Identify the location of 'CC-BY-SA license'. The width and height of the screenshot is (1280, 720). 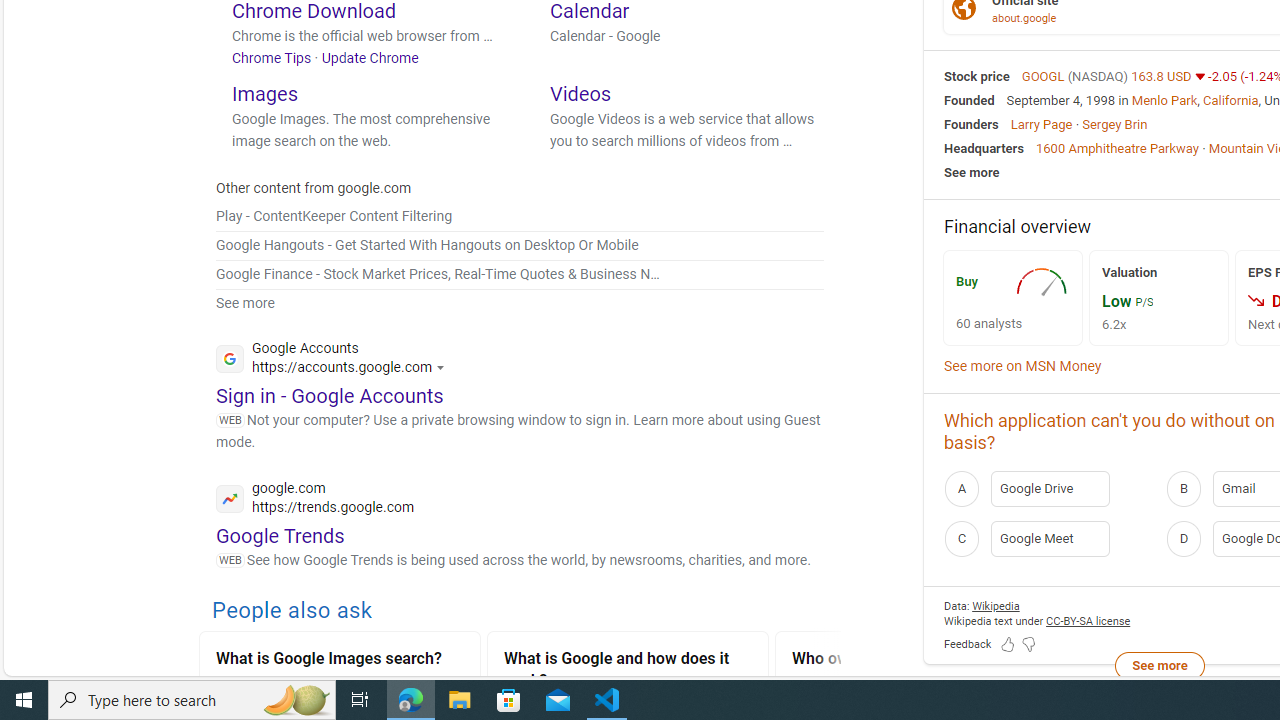
(1087, 620).